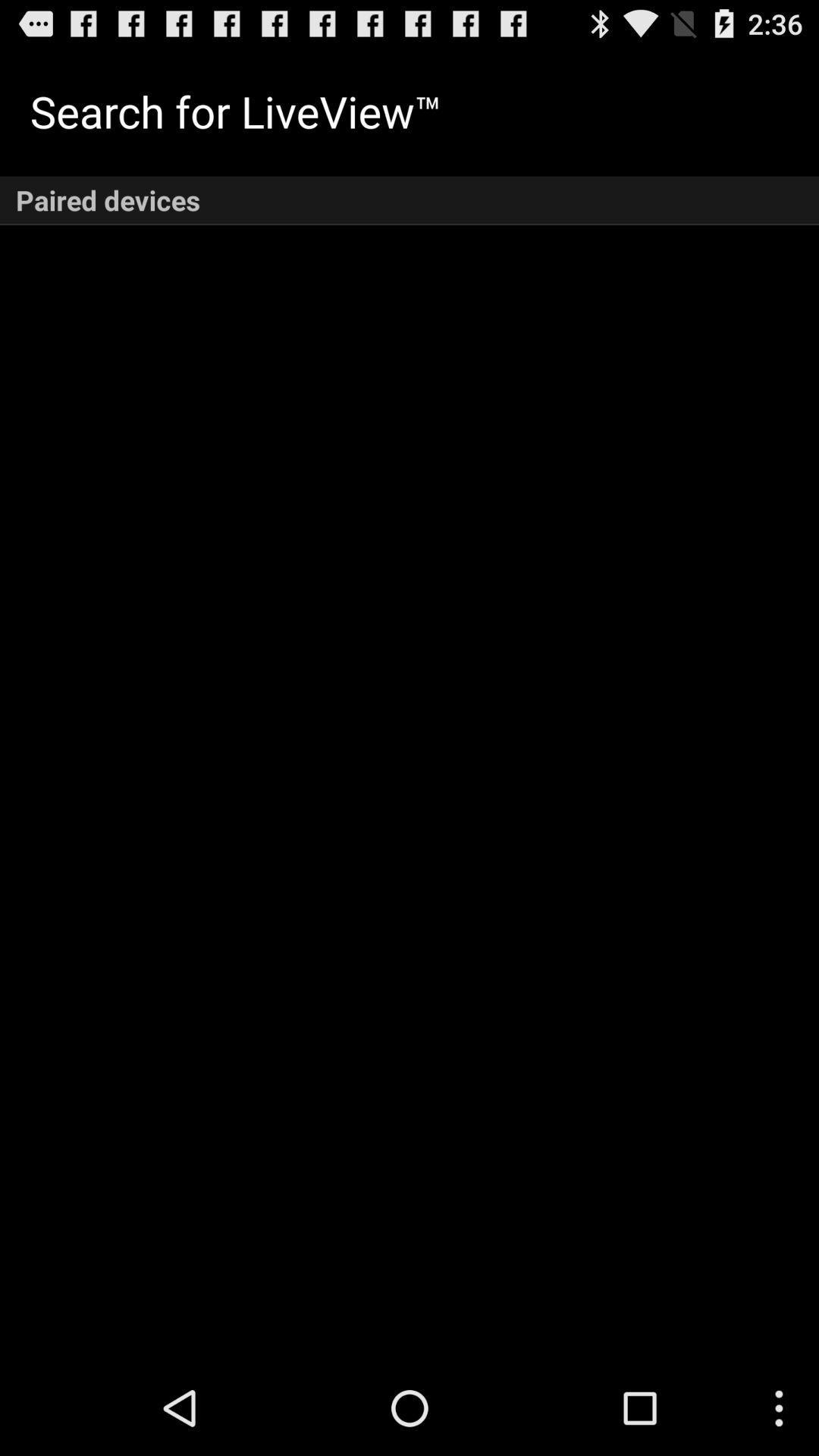  Describe the element at coordinates (409, 199) in the screenshot. I see `the paired devices icon` at that location.